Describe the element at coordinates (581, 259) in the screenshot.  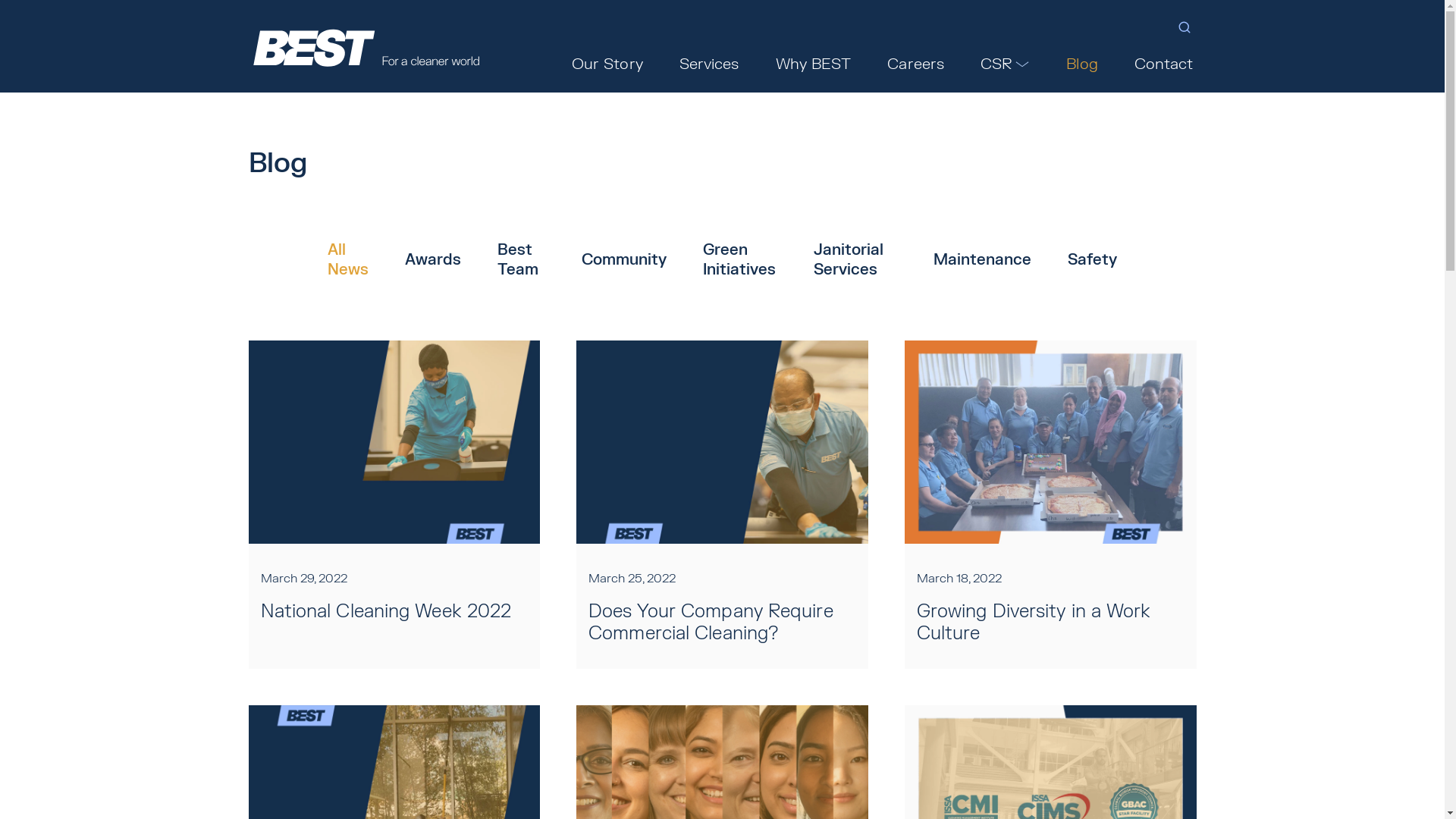
I see `'Community'` at that location.